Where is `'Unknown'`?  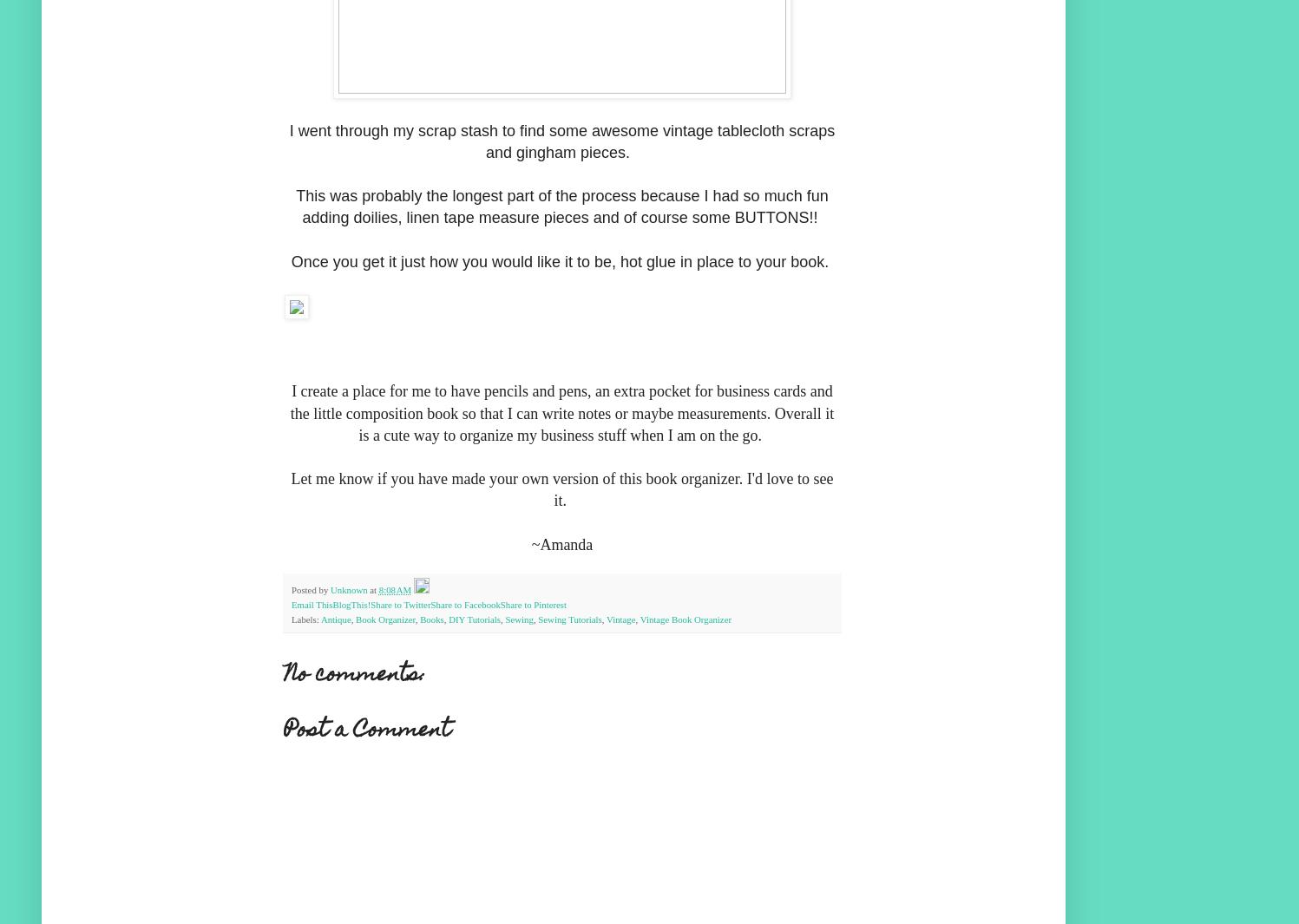 'Unknown' is located at coordinates (347, 589).